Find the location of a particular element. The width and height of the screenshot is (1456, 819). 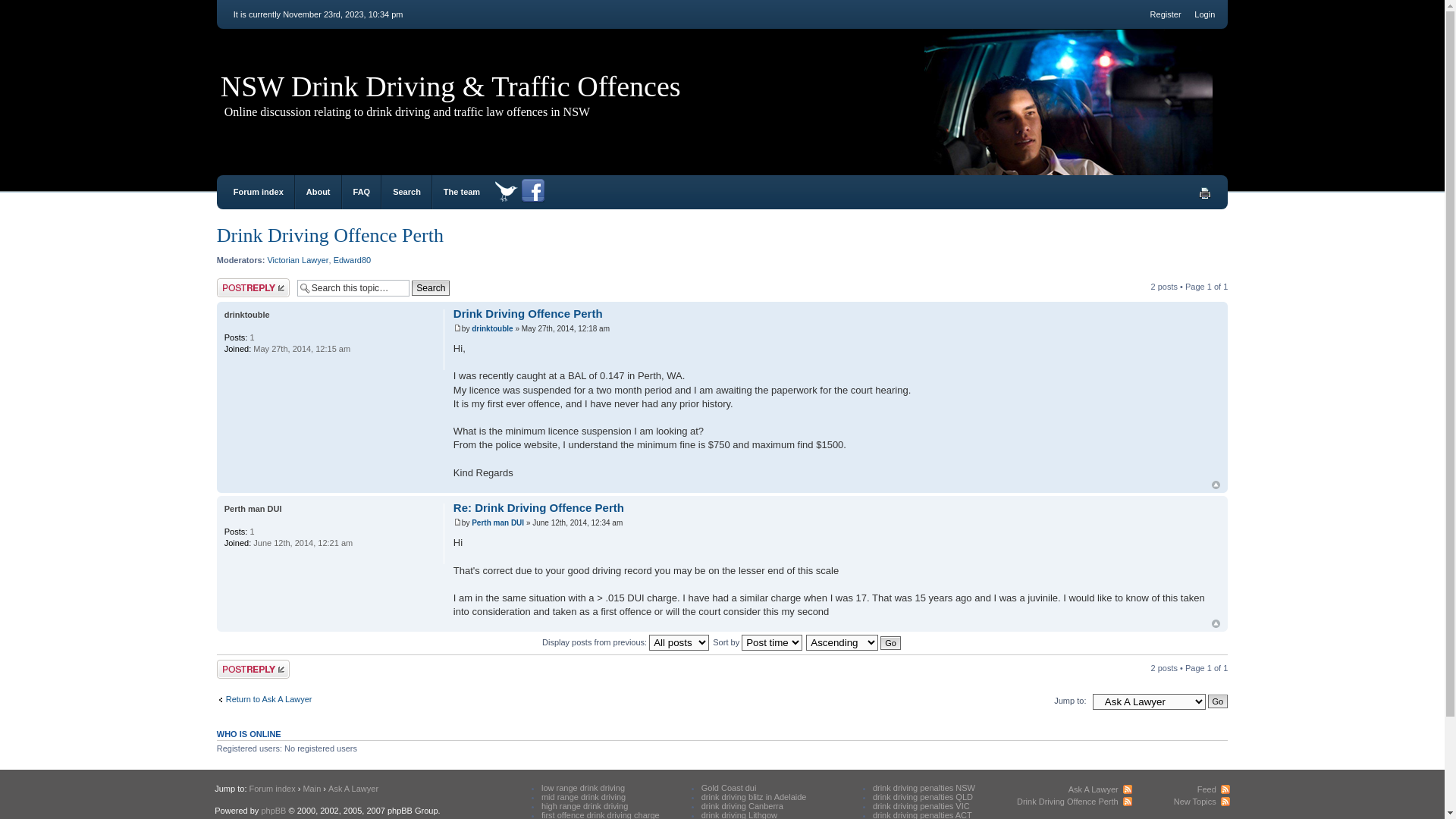

'low range drink driving' is located at coordinates (582, 786).